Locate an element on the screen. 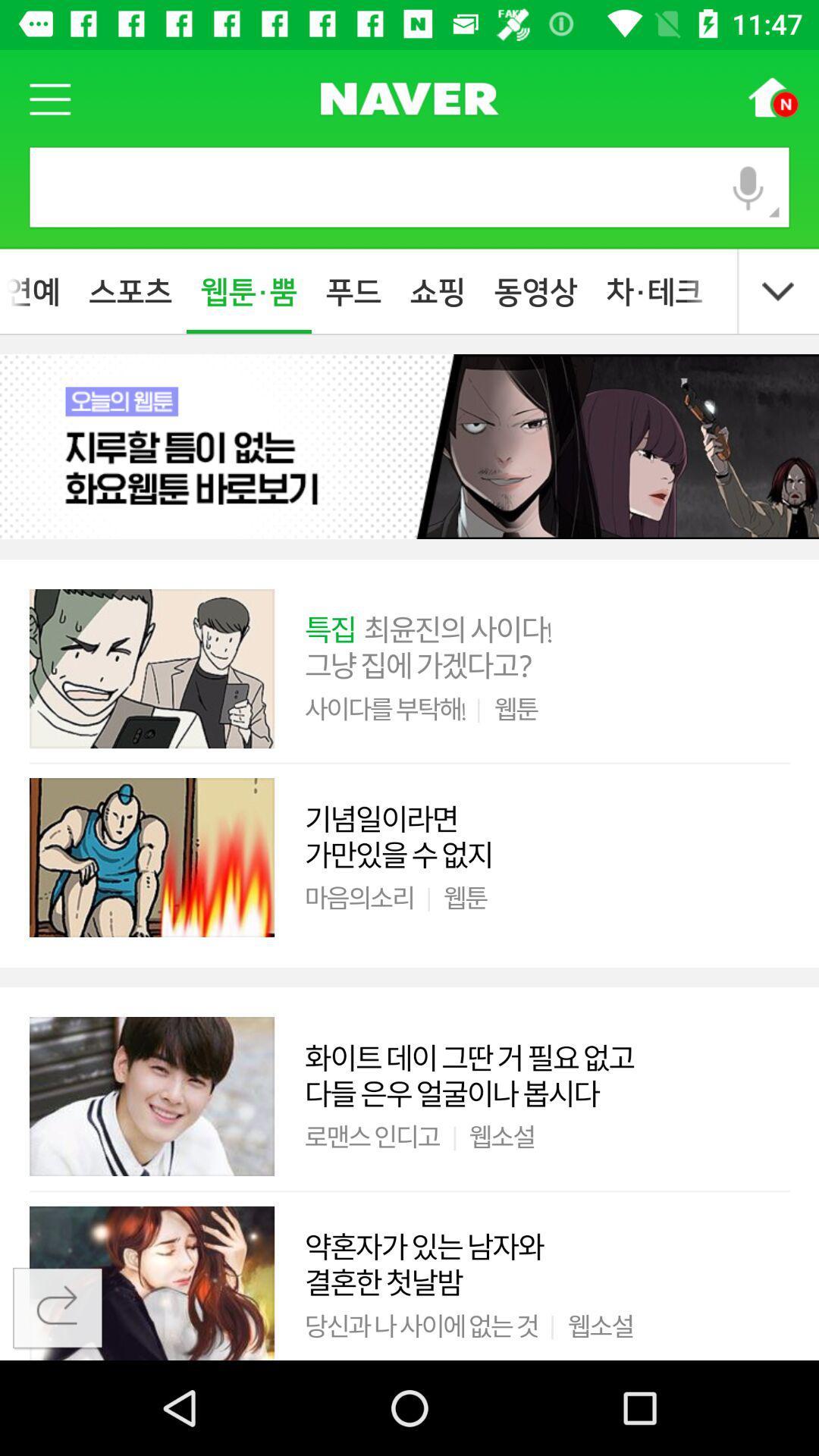 The width and height of the screenshot is (819, 1456). the sliders icon is located at coordinates (409, 97).